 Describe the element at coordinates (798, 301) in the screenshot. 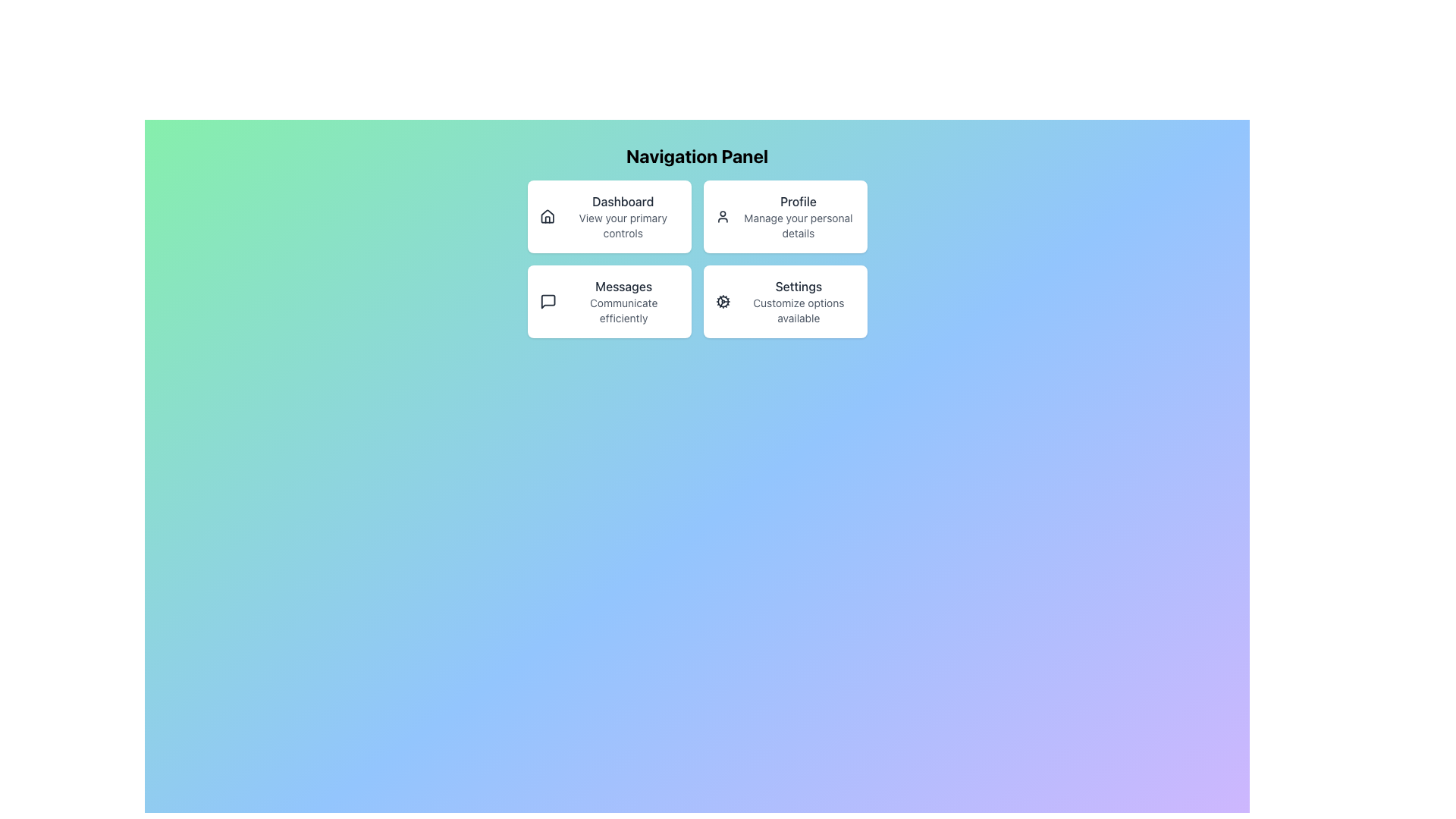

I see `the interactive text label in the fourth card that links to the settings page, which is preceded by a gear icon` at that location.